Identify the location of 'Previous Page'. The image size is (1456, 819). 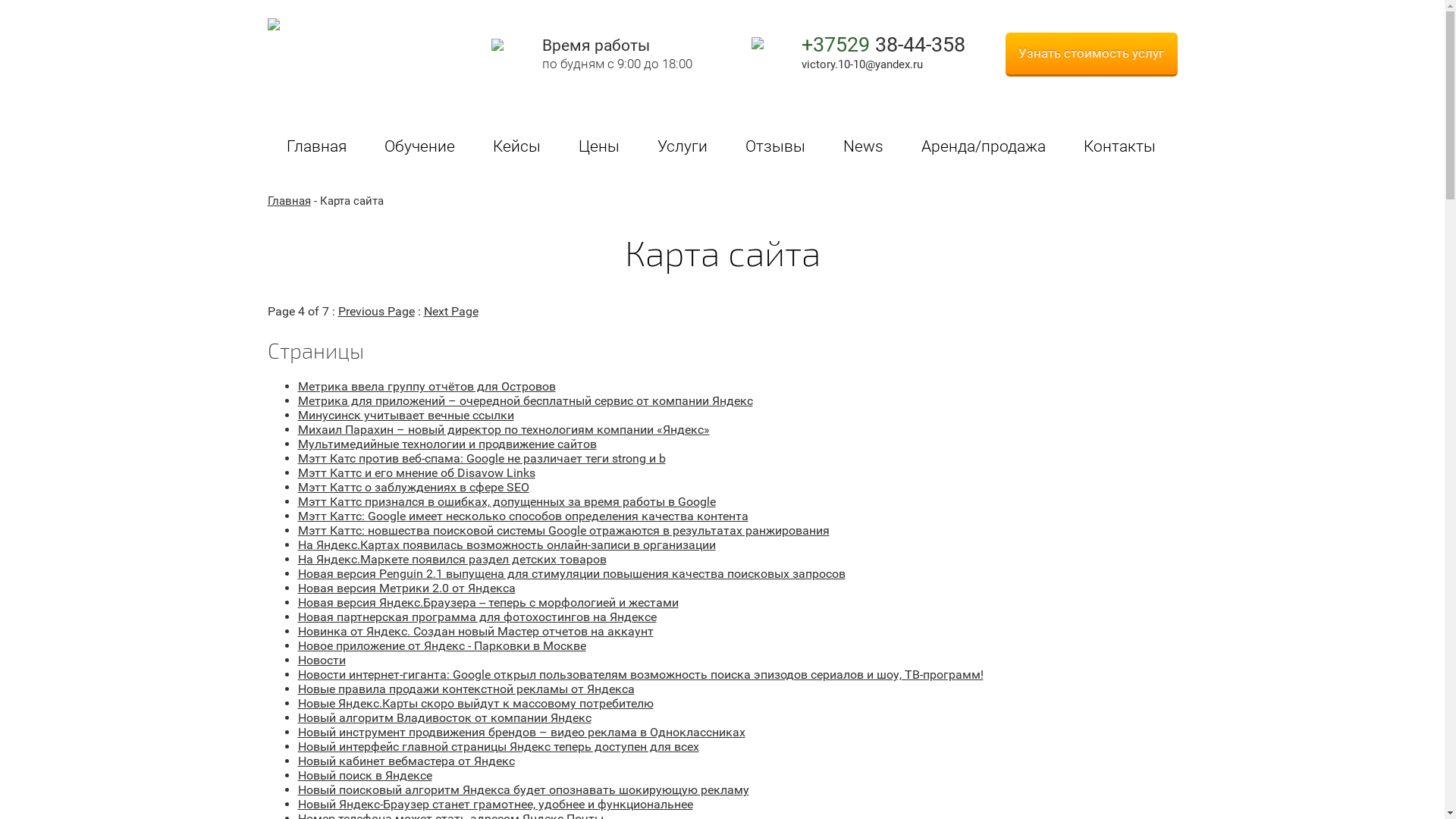
(376, 310).